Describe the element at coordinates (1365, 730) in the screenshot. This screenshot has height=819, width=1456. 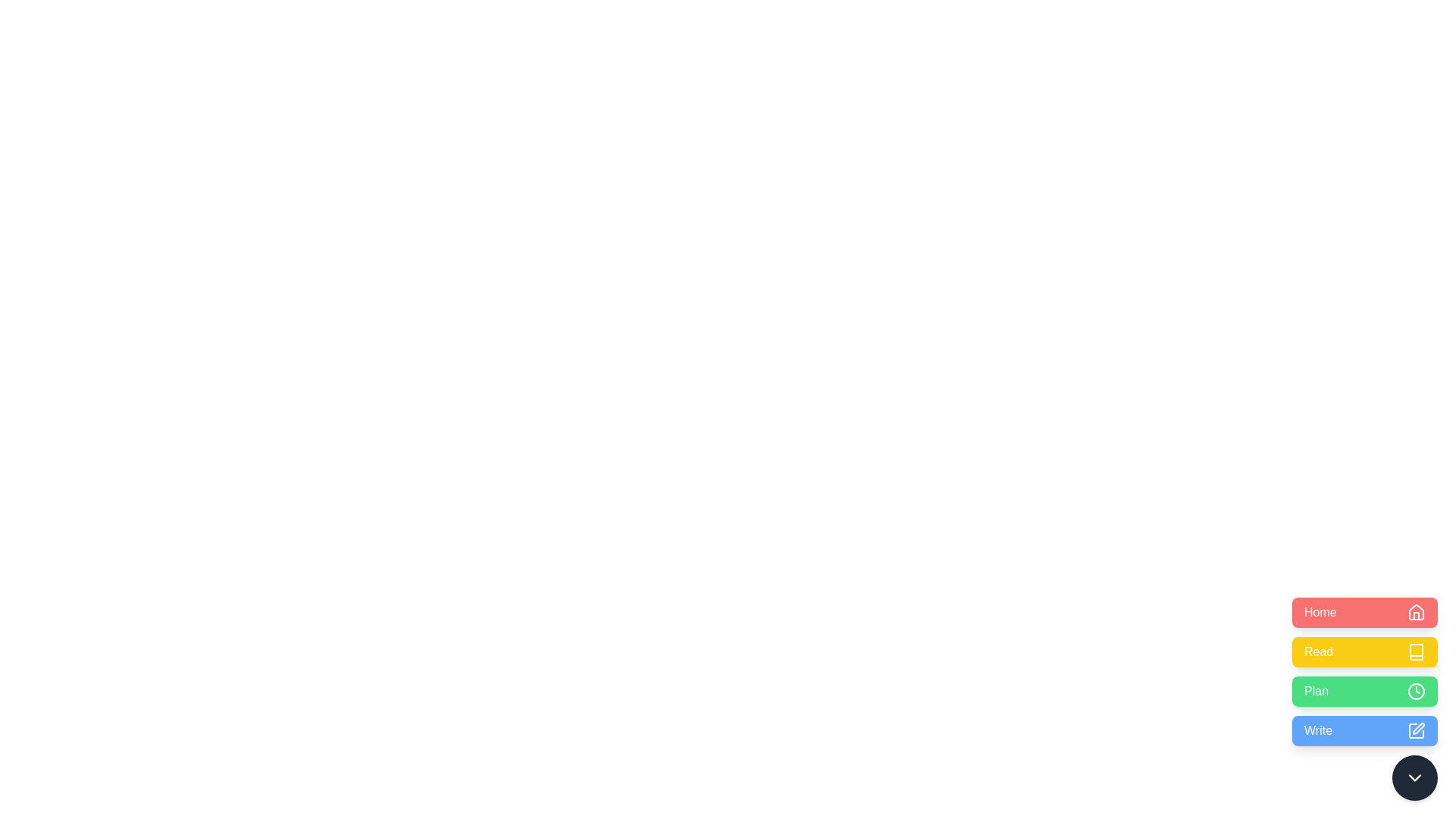
I see `the Write button` at that location.